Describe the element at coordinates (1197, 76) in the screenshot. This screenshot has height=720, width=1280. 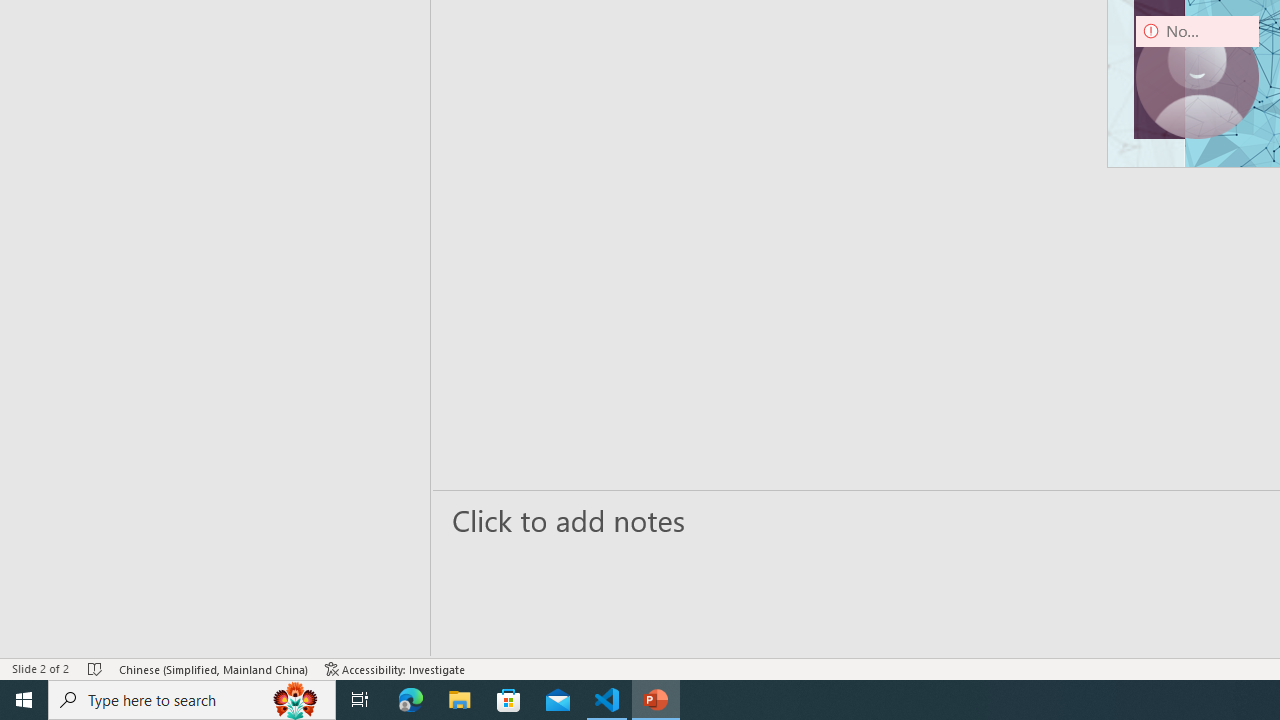
I see `'Camera 9, No camera detected.'` at that location.